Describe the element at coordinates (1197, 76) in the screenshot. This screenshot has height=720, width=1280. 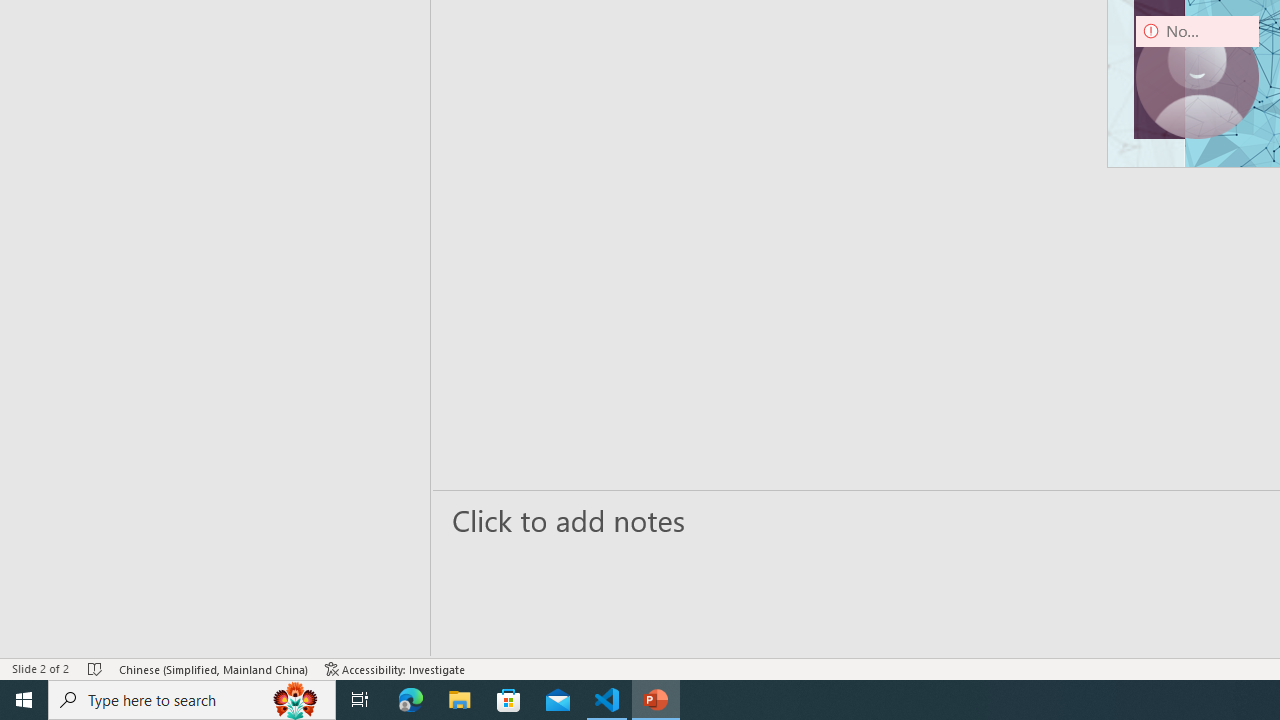
I see `'Camera 9, No camera detected.'` at that location.